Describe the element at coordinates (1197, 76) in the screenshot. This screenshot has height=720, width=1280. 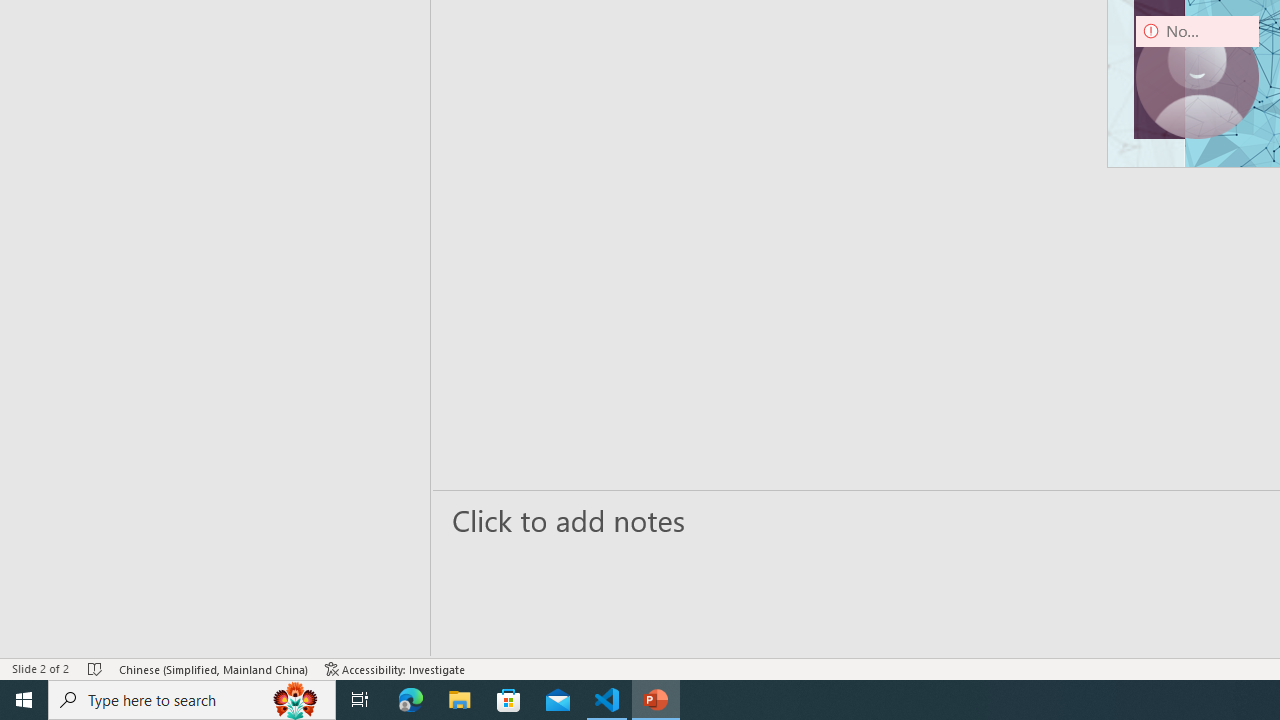
I see `'Camera 9, No camera detected.'` at that location.